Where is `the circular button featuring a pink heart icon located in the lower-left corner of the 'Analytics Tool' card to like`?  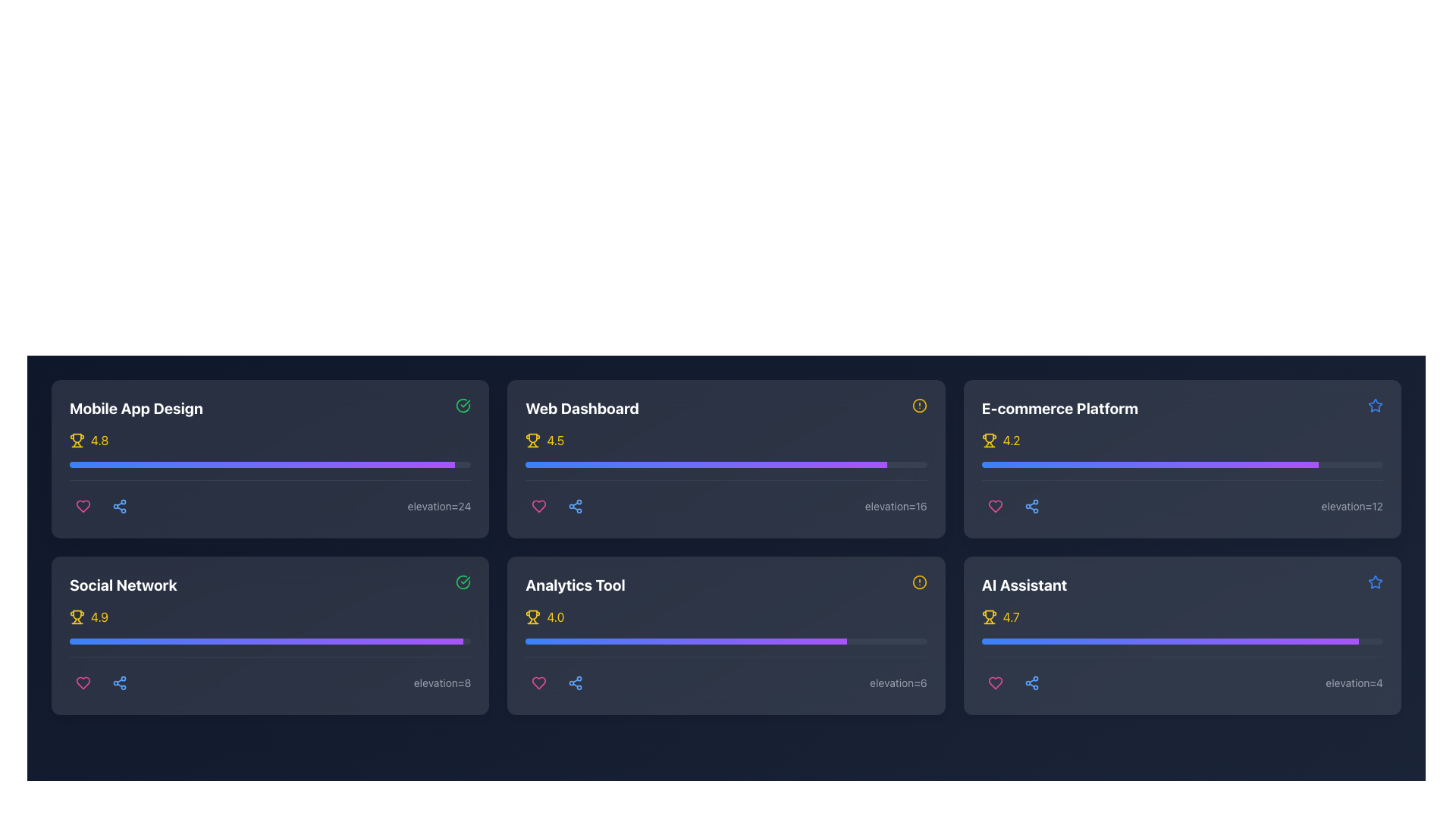 the circular button featuring a pink heart icon located in the lower-left corner of the 'Analytics Tool' card to like is located at coordinates (538, 683).